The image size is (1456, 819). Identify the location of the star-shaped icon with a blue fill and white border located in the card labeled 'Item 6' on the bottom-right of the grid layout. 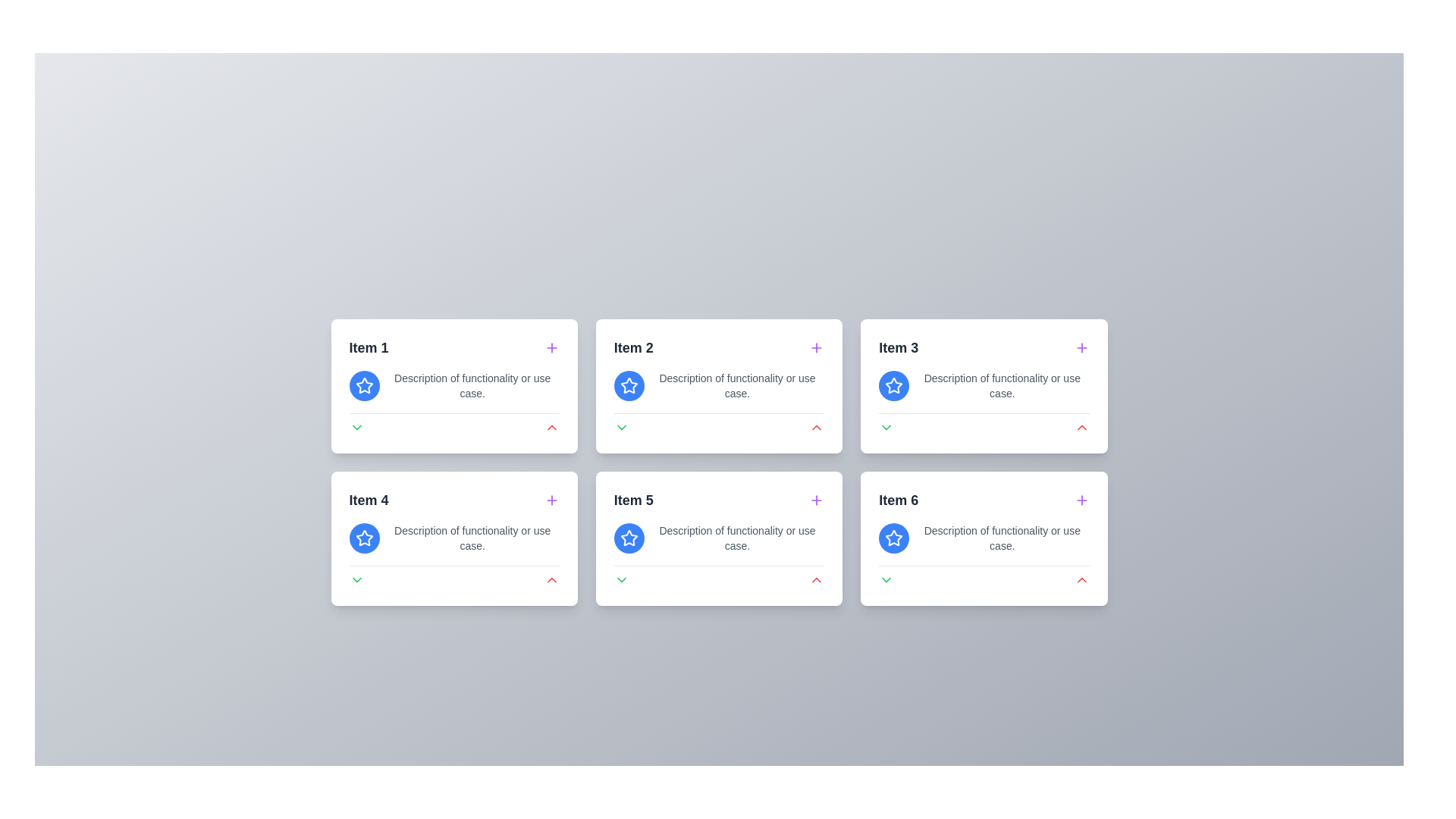
(894, 537).